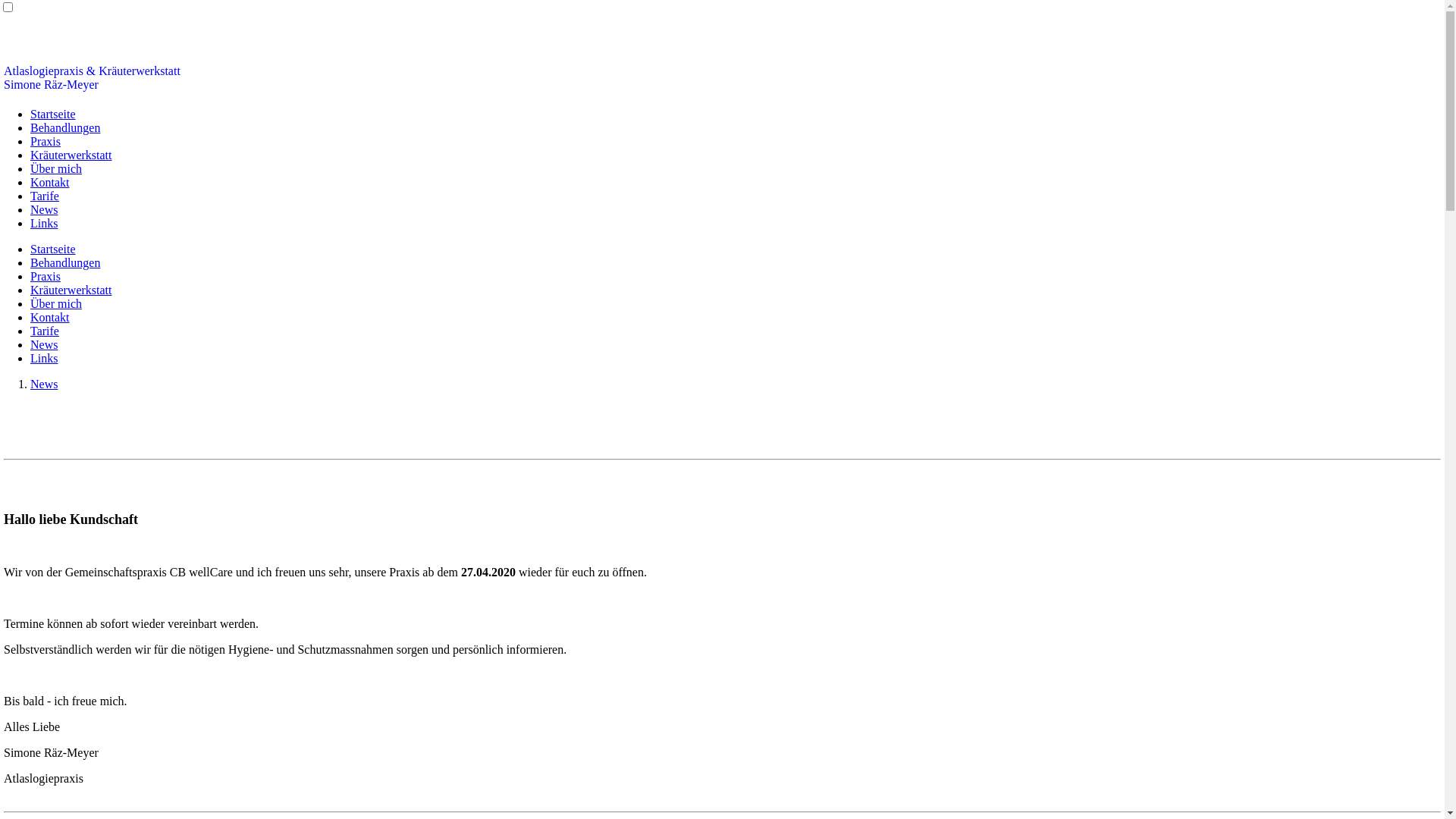 Image resolution: width=1456 pixels, height=819 pixels. Describe the element at coordinates (30, 358) in the screenshot. I see `'Links'` at that location.